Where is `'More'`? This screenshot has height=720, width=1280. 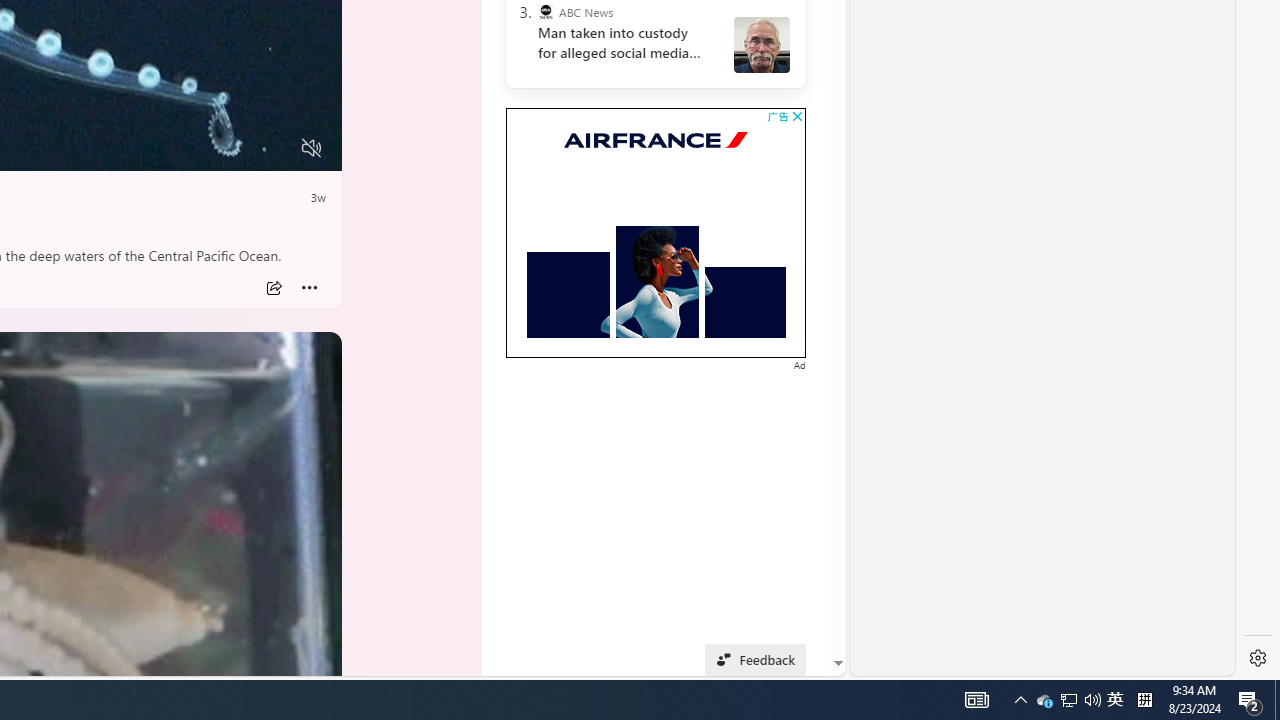
'More' is located at coordinates (309, 288).